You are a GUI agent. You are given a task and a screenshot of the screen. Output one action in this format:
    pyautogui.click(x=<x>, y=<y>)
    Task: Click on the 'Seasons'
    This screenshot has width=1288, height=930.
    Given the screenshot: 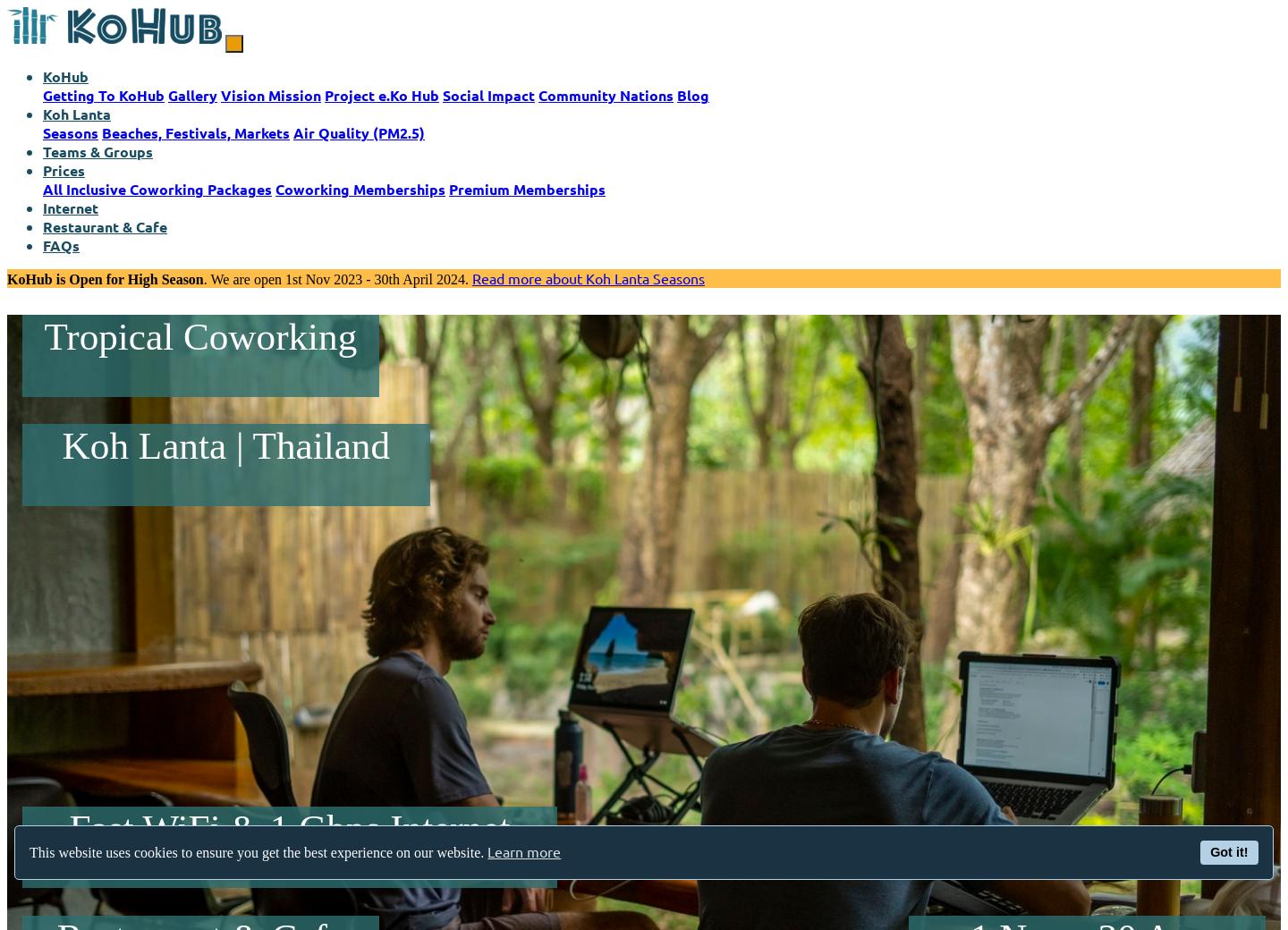 What is the action you would take?
    pyautogui.click(x=71, y=132)
    